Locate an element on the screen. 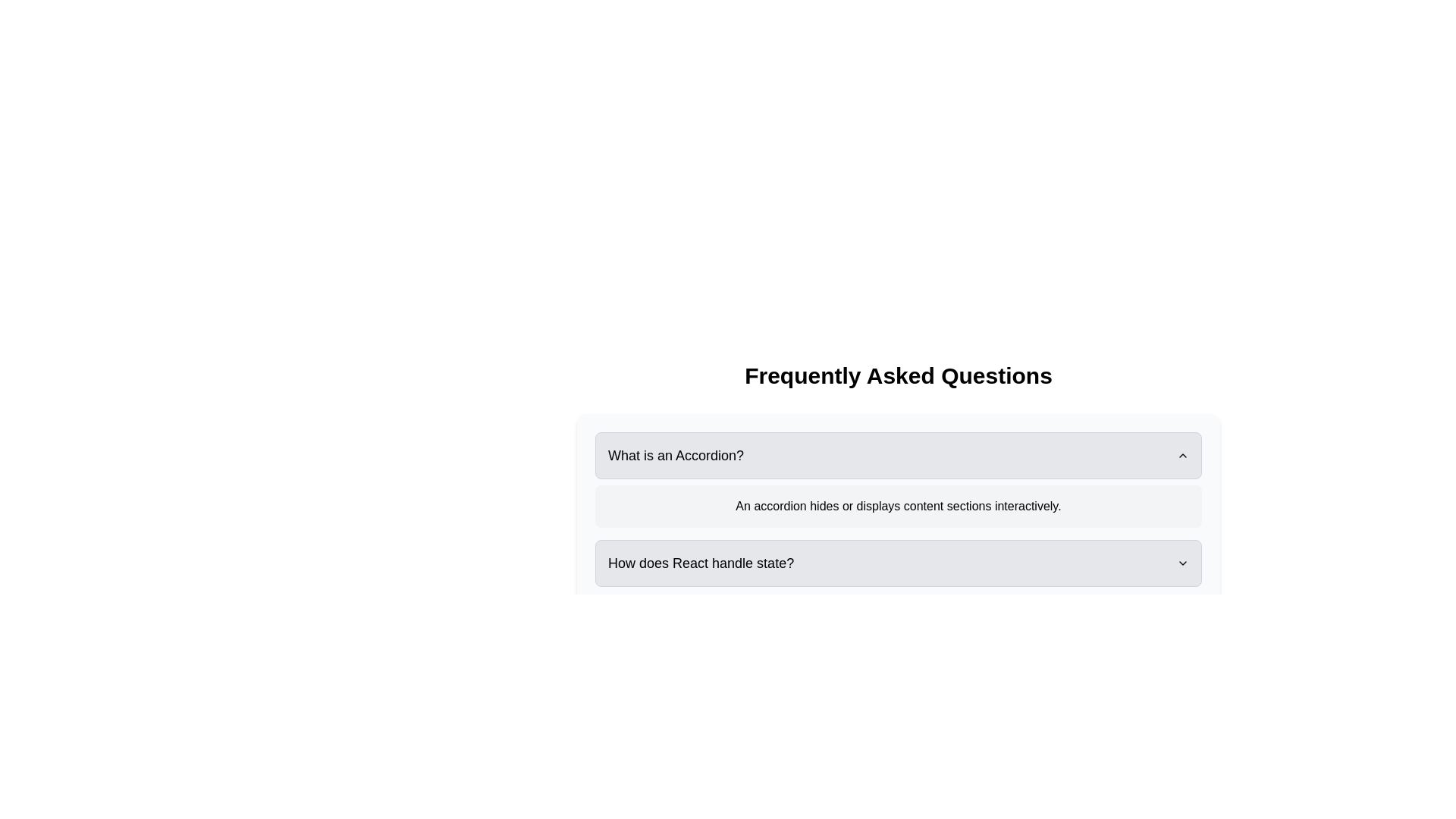 Image resolution: width=1456 pixels, height=819 pixels. the downward chevron icon at the end of the 'How does React handle state?' question row is located at coordinates (1182, 563).